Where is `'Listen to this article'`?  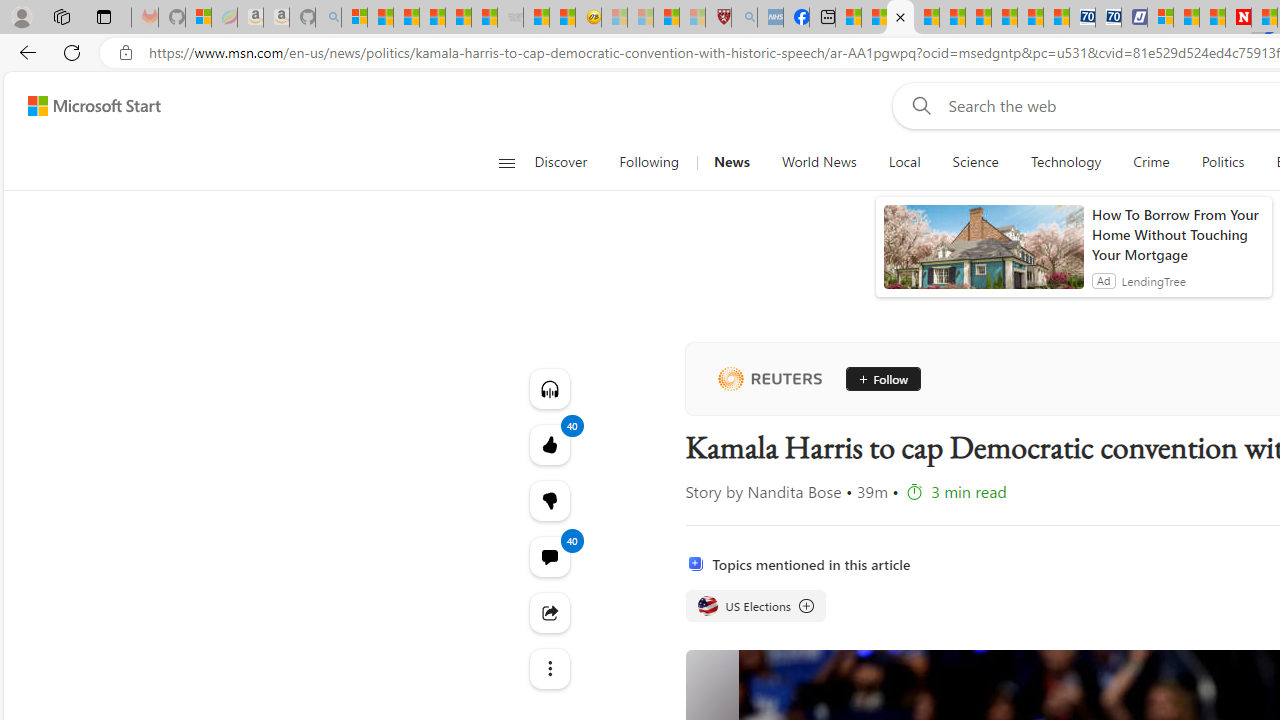
'Listen to this article' is located at coordinates (549, 388).